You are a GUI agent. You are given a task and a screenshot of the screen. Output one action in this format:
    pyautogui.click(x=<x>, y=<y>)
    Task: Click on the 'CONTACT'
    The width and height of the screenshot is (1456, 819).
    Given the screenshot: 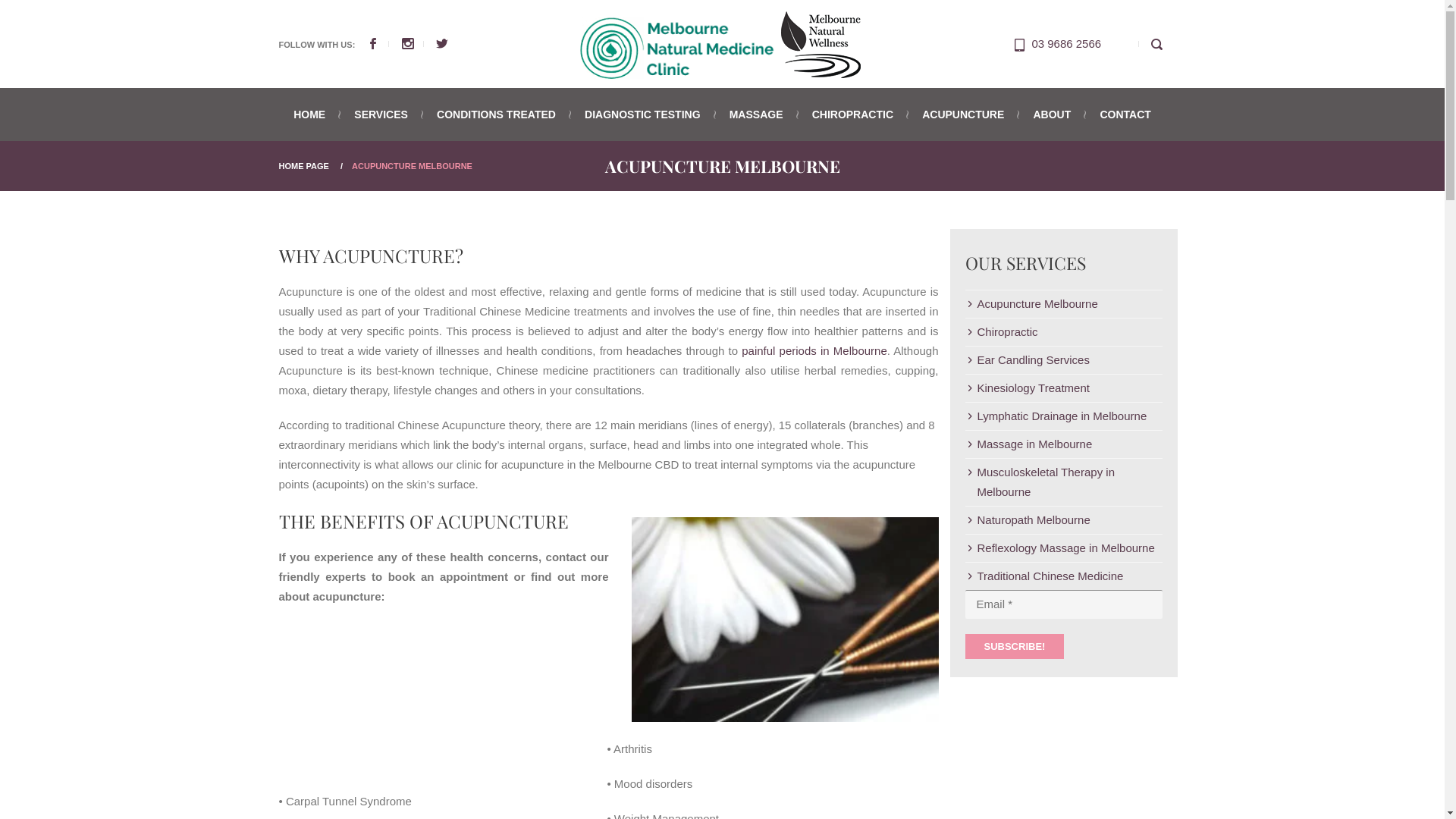 What is the action you would take?
    pyautogui.click(x=1086, y=113)
    